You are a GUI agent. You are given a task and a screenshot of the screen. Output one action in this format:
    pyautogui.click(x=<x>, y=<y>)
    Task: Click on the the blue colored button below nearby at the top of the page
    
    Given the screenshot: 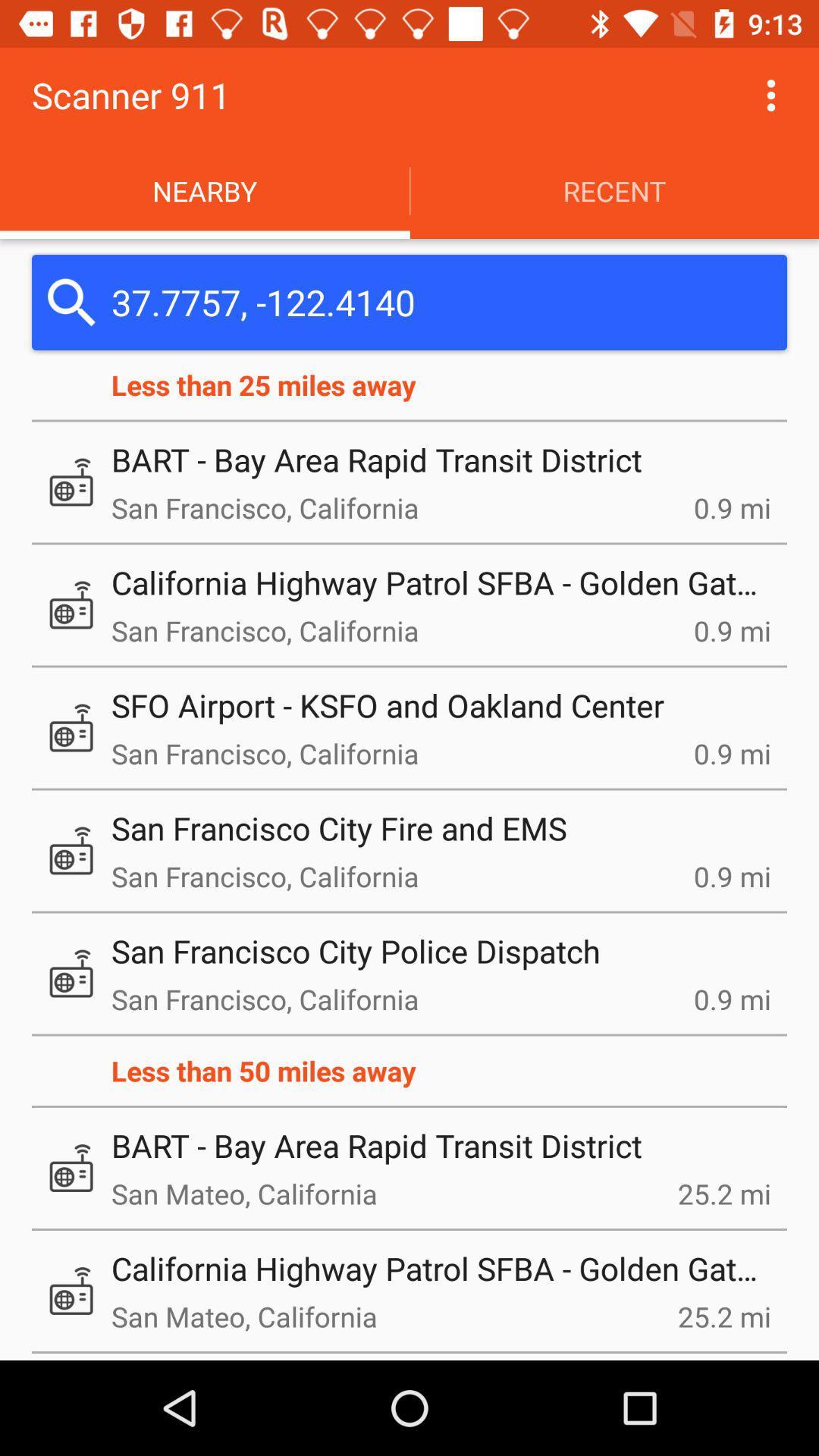 What is the action you would take?
    pyautogui.click(x=409, y=302)
    